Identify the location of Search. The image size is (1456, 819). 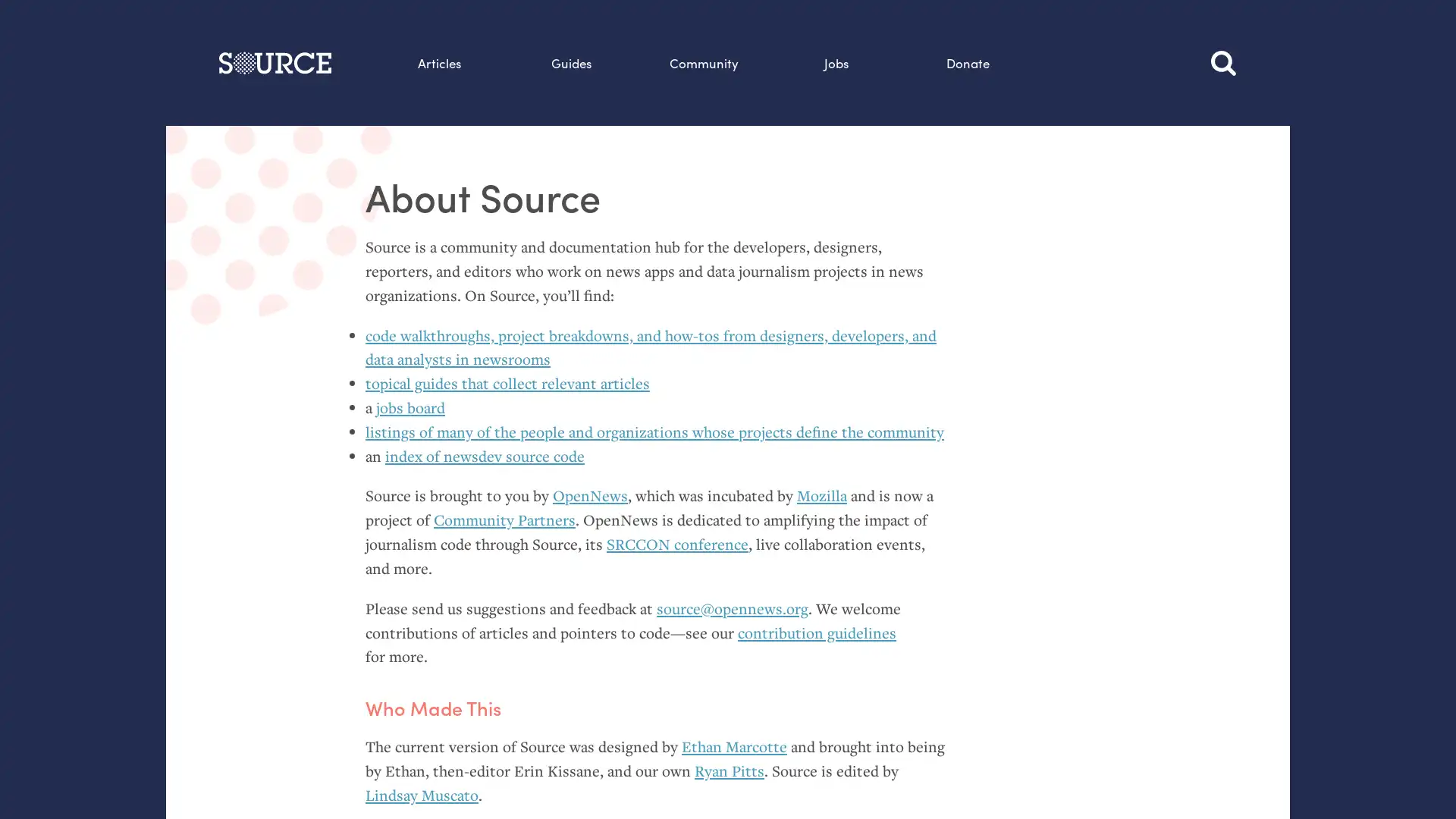
(1222, 197).